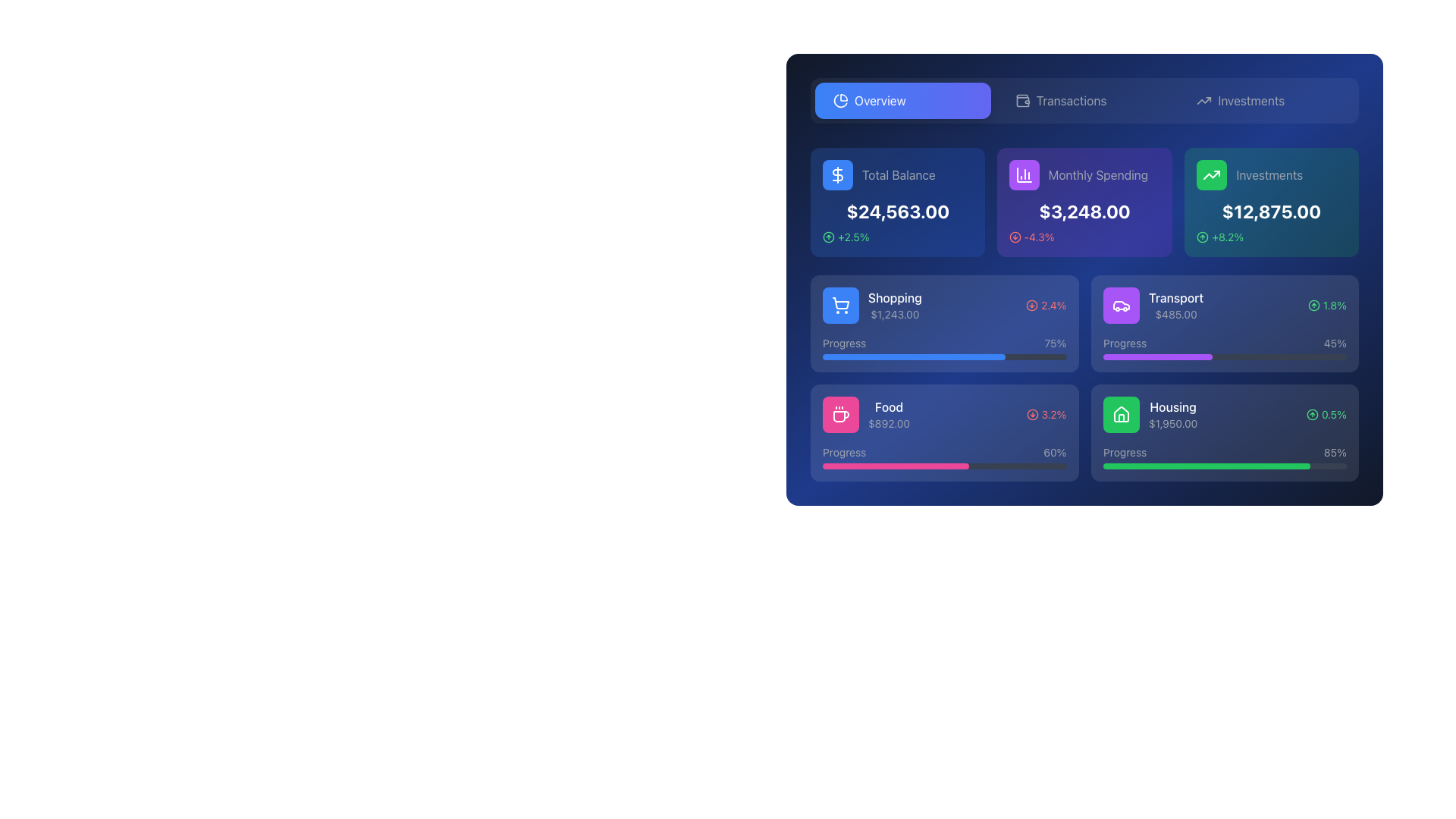 The image size is (1456, 819). Describe the element at coordinates (889, 424) in the screenshot. I see `text content of the Text Label indicating the amount spent on the 'Food' category, which is located beneath the 'Food' label in the dashboard interface` at that location.